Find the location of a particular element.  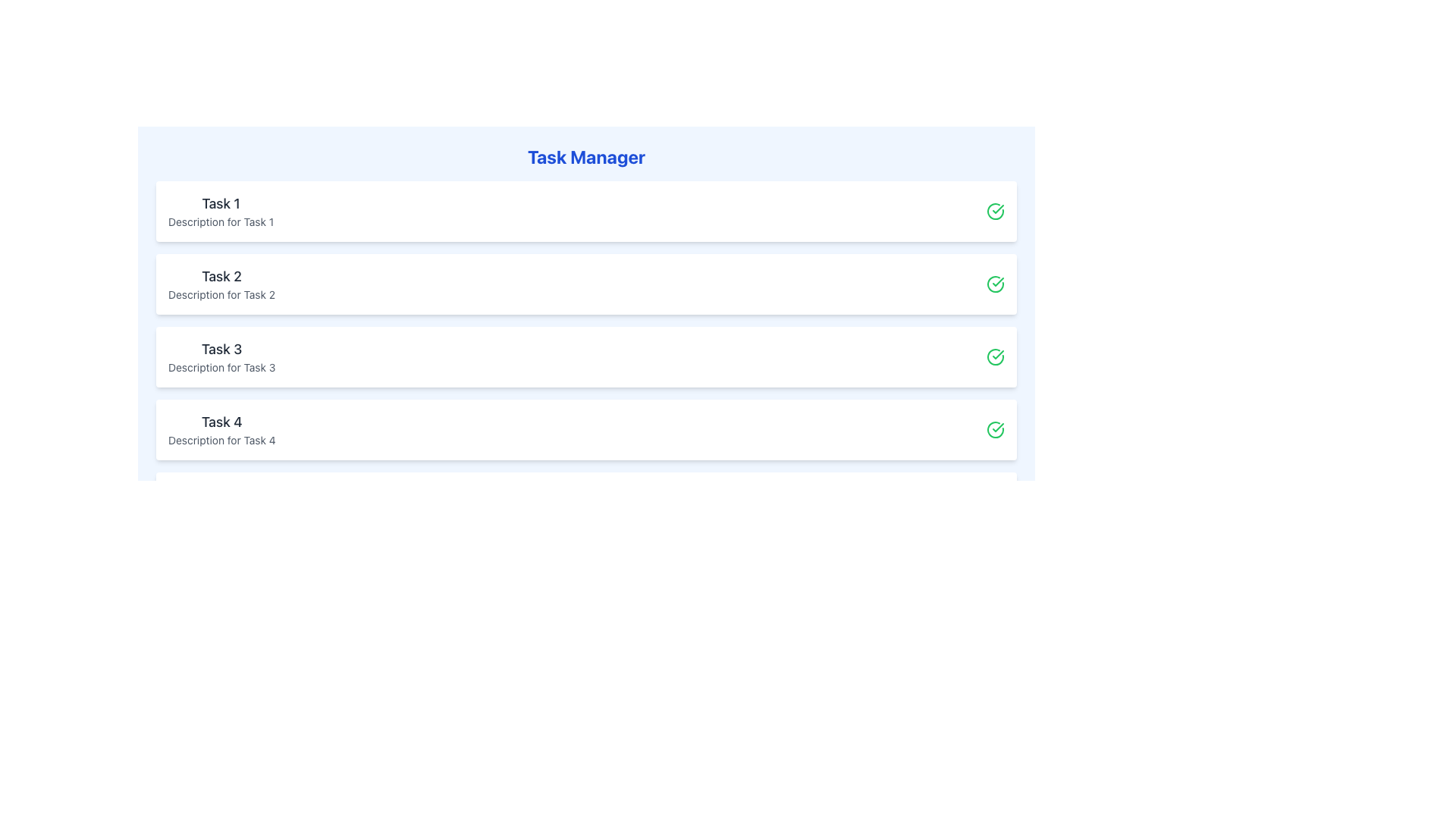

the green checkmark icon in the top-right corner of the 'Task 4' box is located at coordinates (996, 430).